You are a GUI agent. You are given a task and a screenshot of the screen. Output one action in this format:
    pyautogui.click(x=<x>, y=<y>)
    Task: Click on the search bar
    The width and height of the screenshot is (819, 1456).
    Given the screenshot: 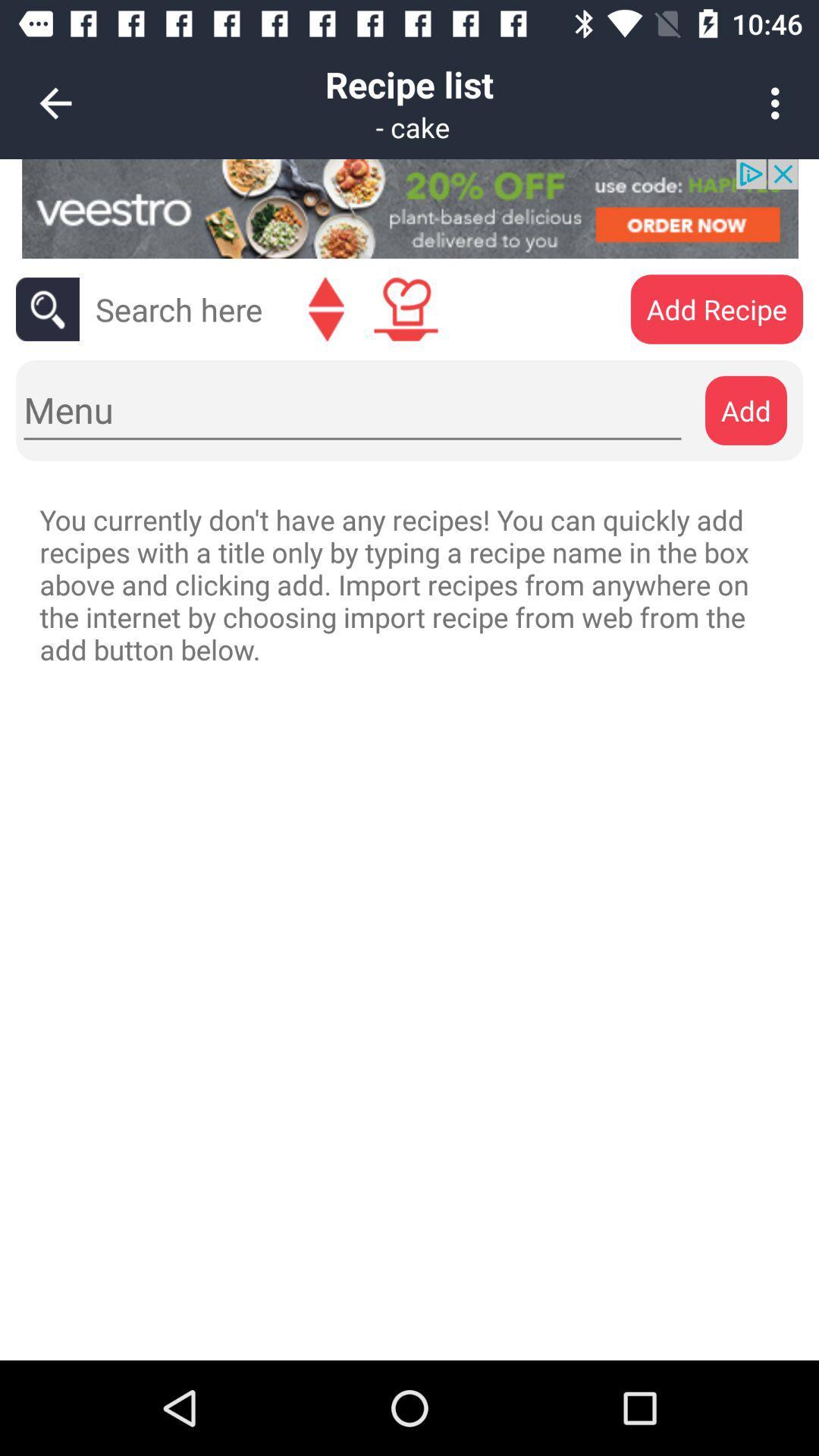 What is the action you would take?
    pyautogui.click(x=178, y=309)
    